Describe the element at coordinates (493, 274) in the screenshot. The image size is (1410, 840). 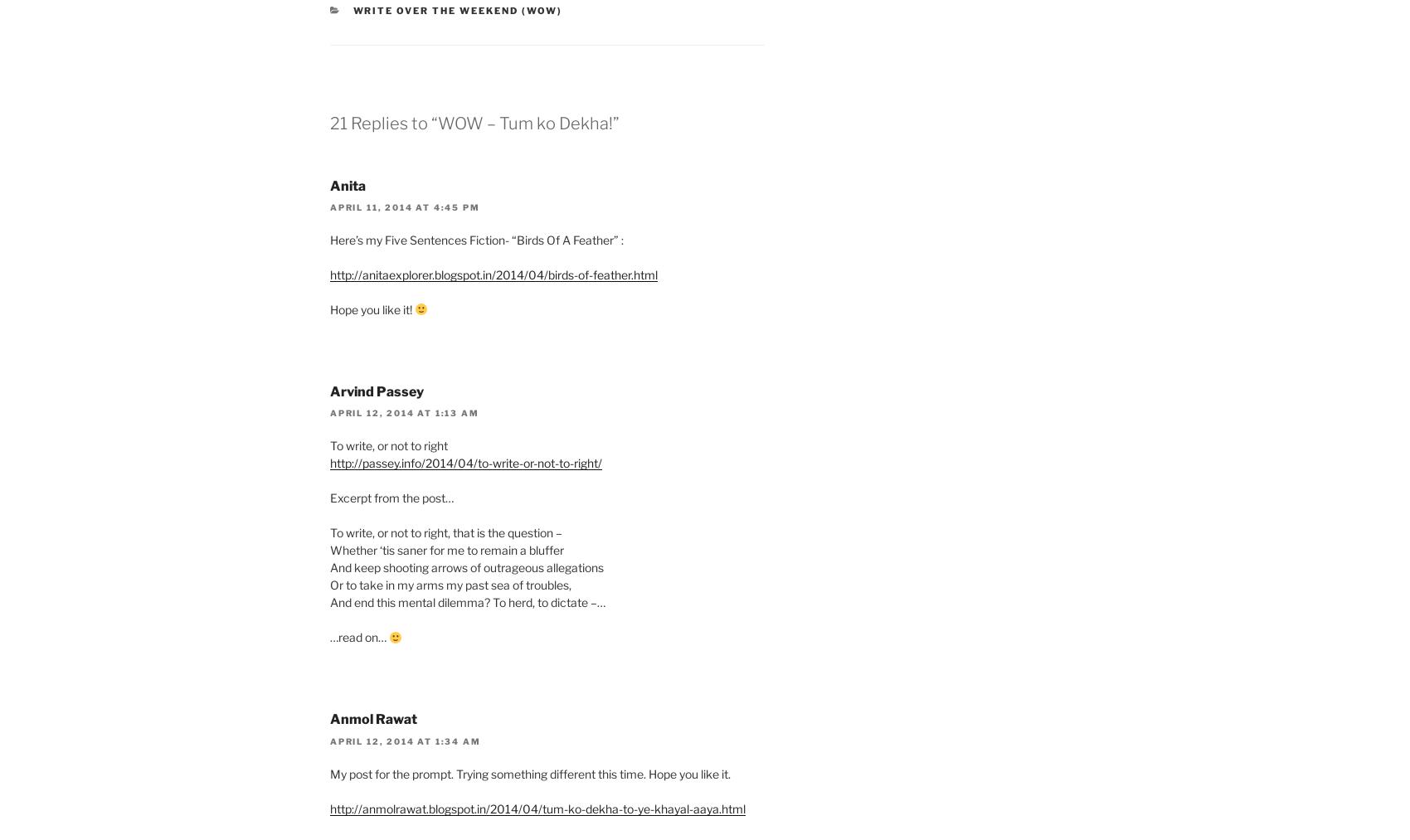
I see `'http://anitaexplorer.blogspot.in/2014/04/birds-of-feather.html'` at that location.